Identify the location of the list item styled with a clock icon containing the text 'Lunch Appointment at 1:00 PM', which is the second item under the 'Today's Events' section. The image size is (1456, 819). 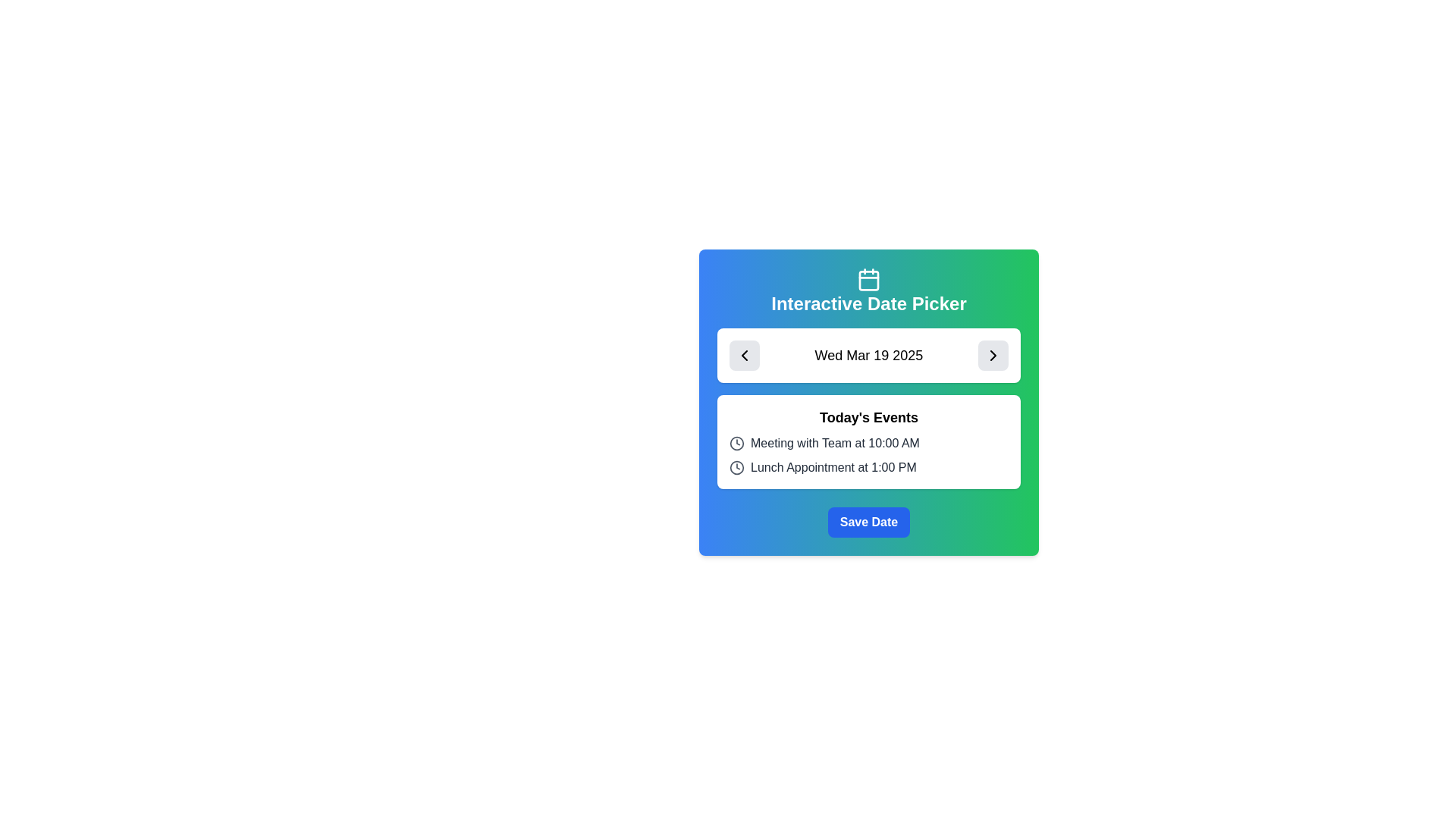
(869, 467).